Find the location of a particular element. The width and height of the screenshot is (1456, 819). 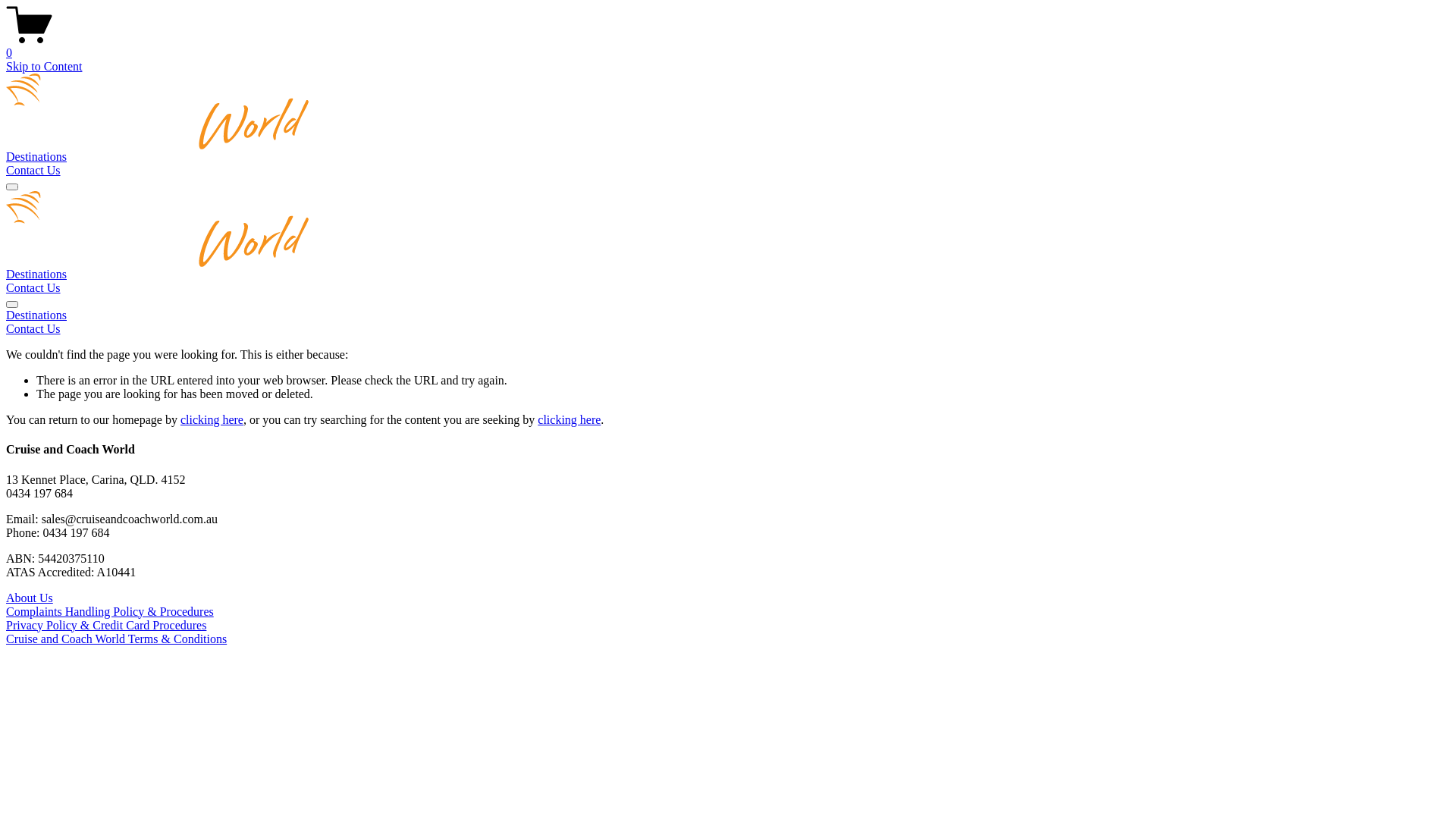

'Privacy Policy & Credit Card Procedures' is located at coordinates (6, 625).